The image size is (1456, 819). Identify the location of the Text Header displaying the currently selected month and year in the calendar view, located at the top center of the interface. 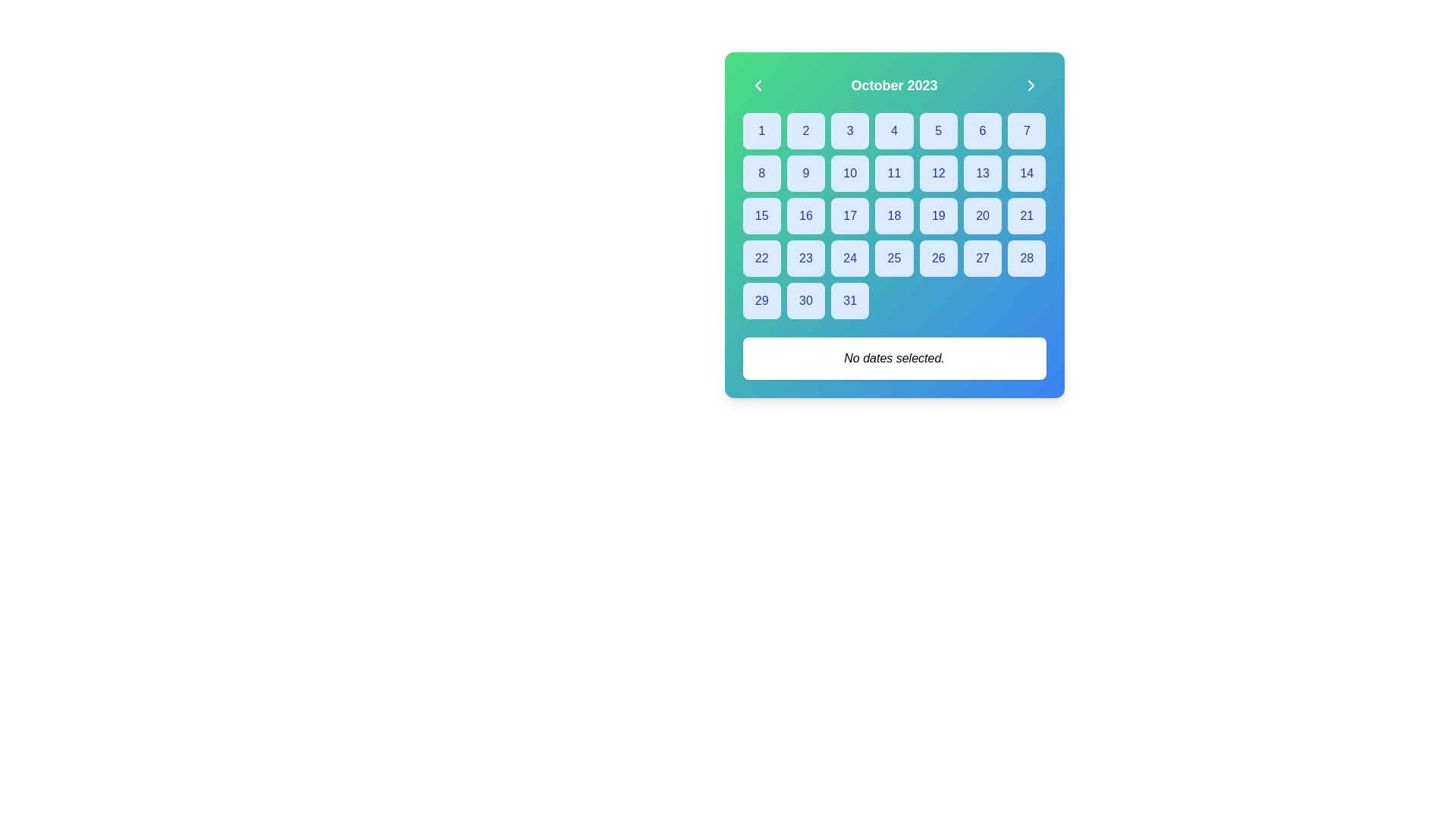
(894, 85).